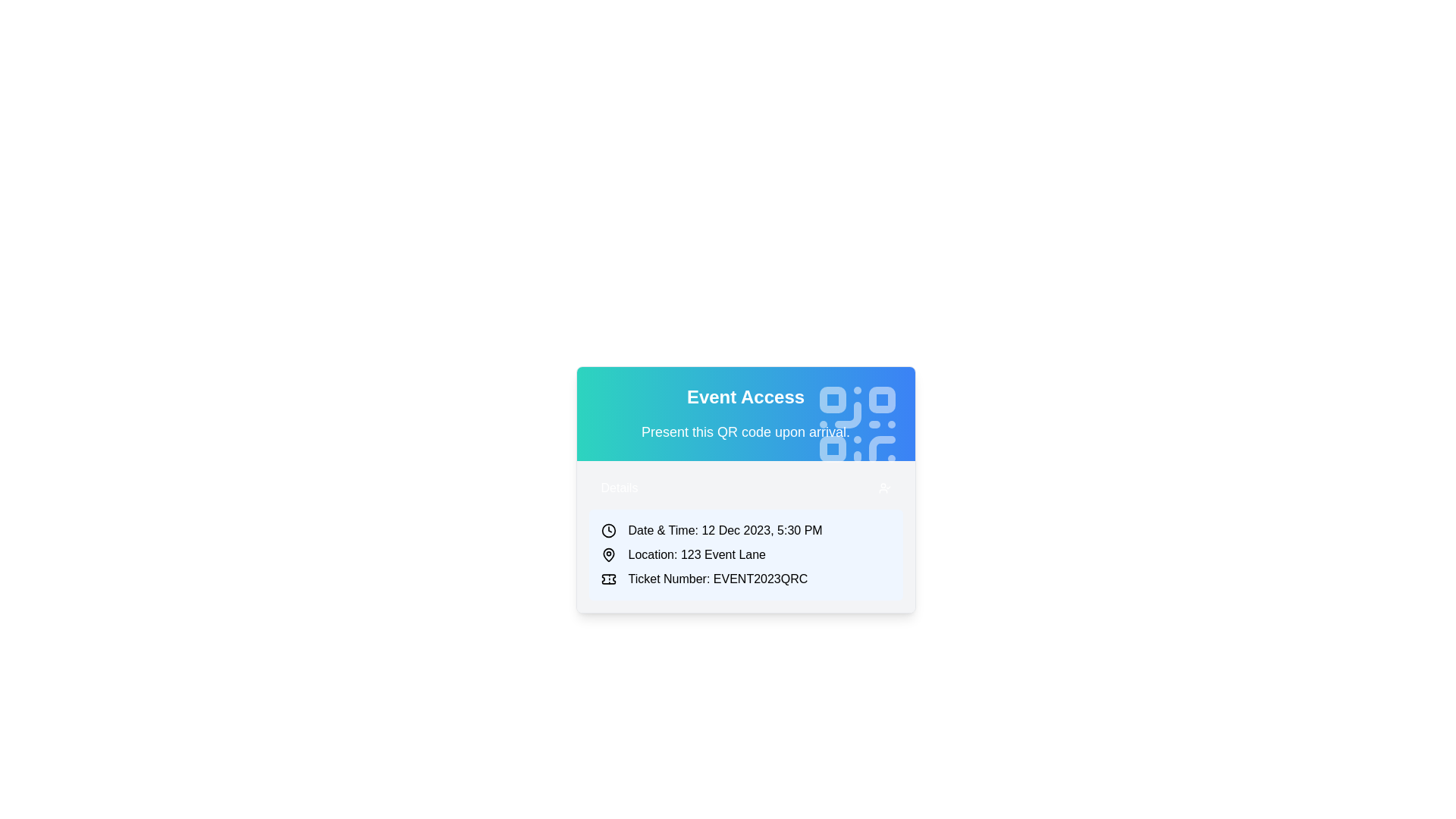 Image resolution: width=1456 pixels, height=819 pixels. Describe the element at coordinates (745, 488) in the screenshot. I see `the button that provides additional details about an event, located above the 'Date & Time: 12 Dec 2023, 5:30 PM' row` at that location.